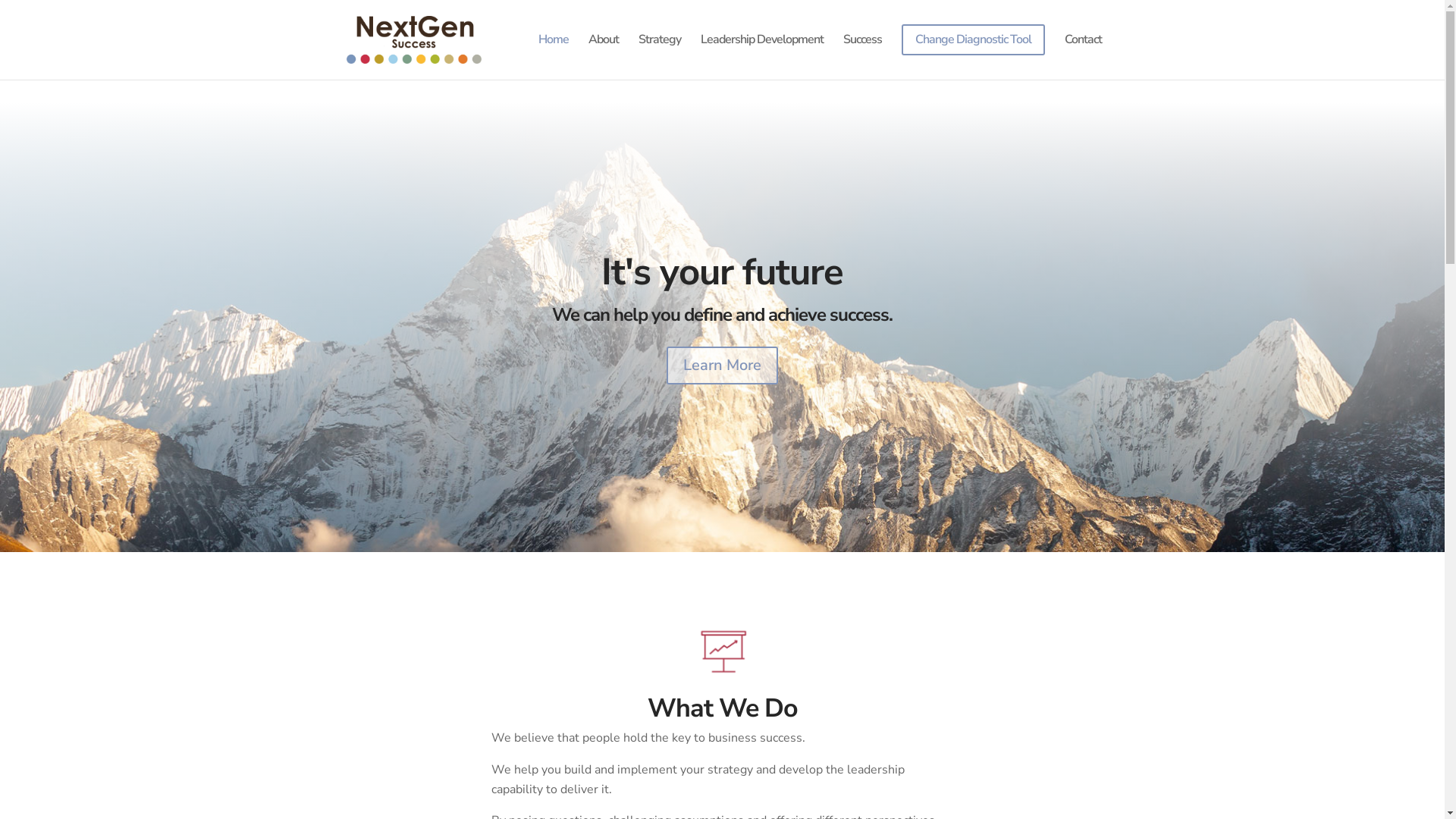 The image size is (1456, 819). I want to click on 'About', so click(603, 51).